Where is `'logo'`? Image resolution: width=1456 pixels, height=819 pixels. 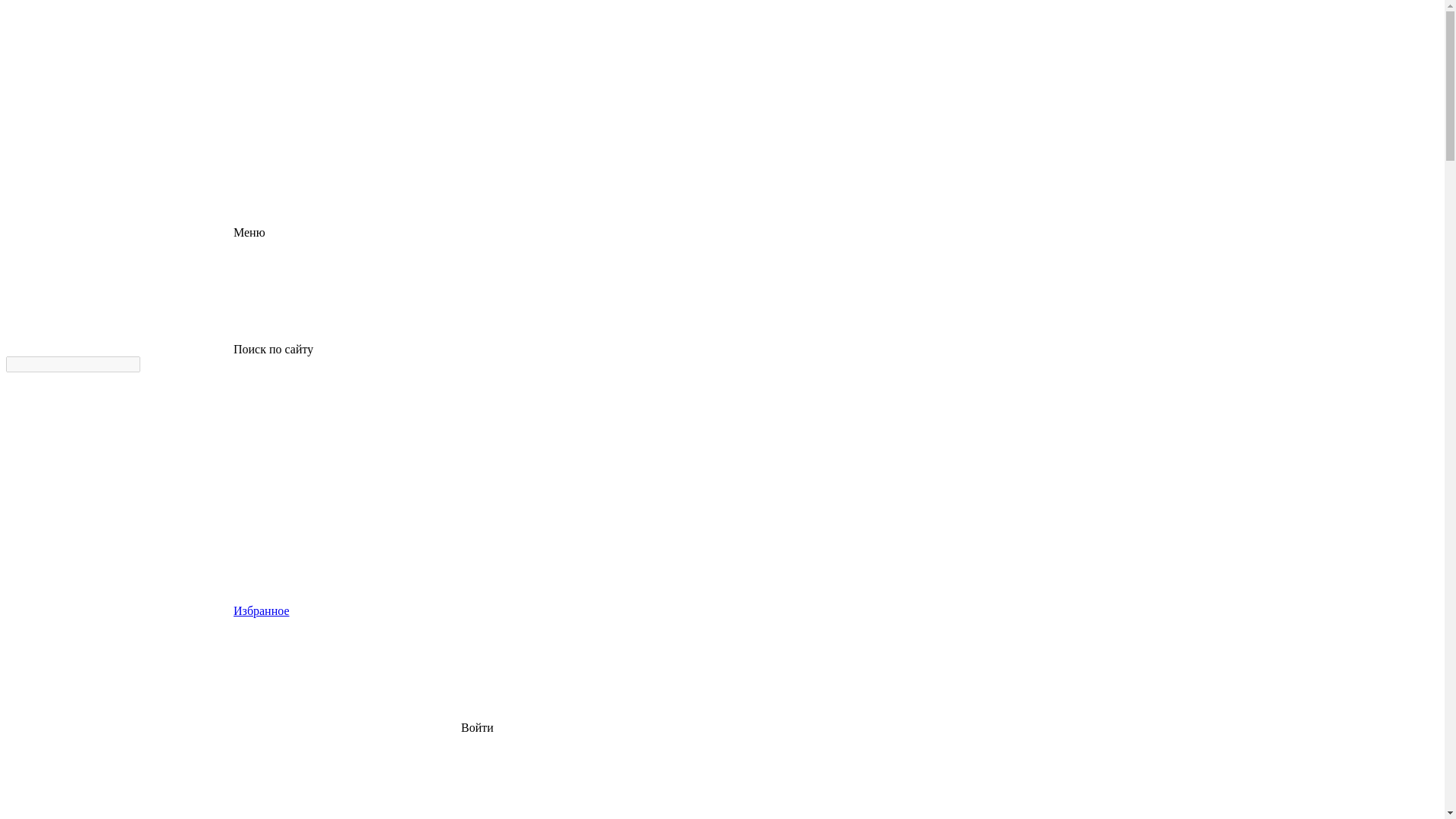 'logo' is located at coordinates (6, 115).